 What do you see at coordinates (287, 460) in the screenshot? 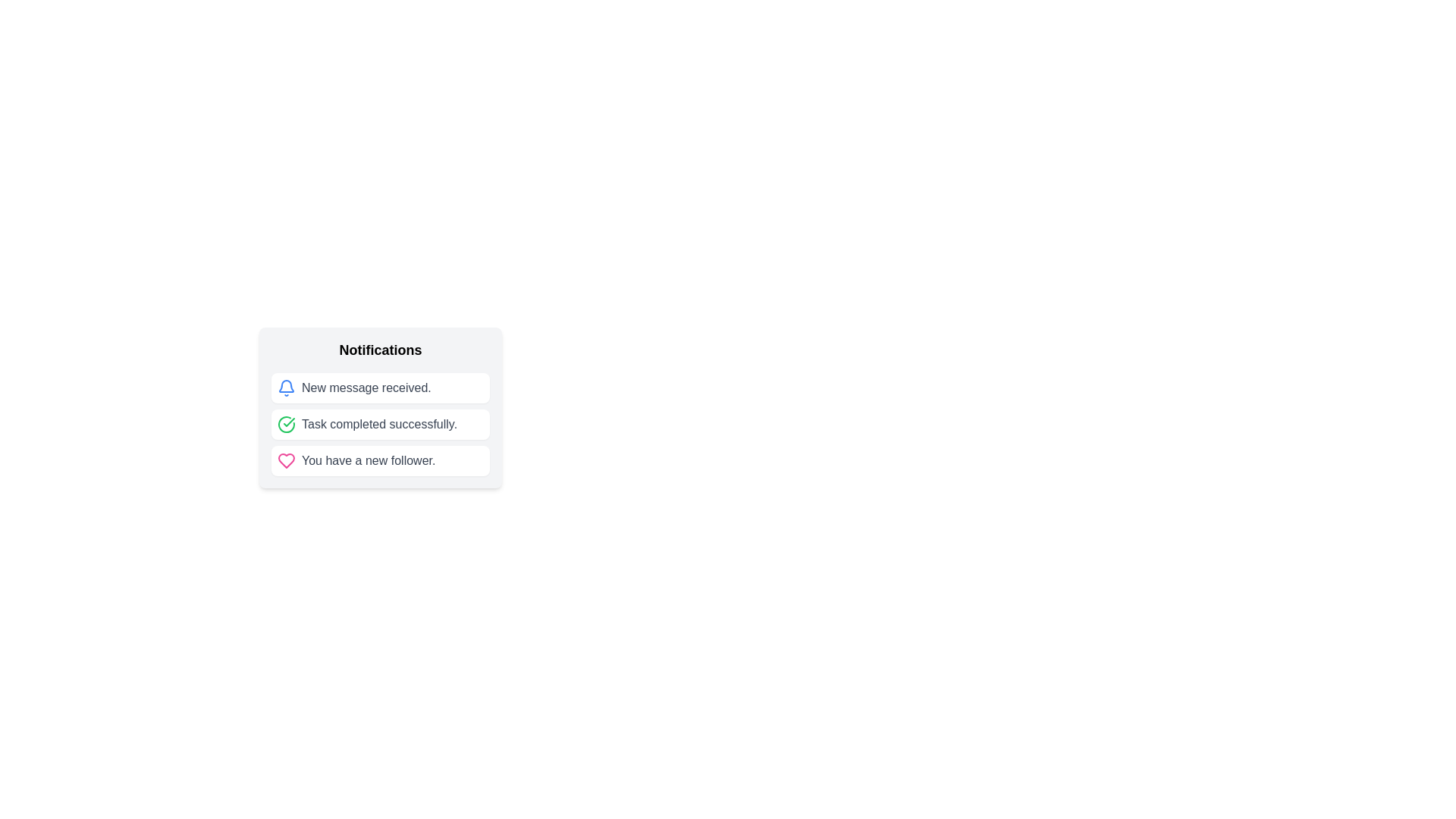
I see `the pink heart-shaped icon with a hollow center located to the left of the text 'You have a new follower' in the third notification box under the 'Notifications' header` at bounding box center [287, 460].